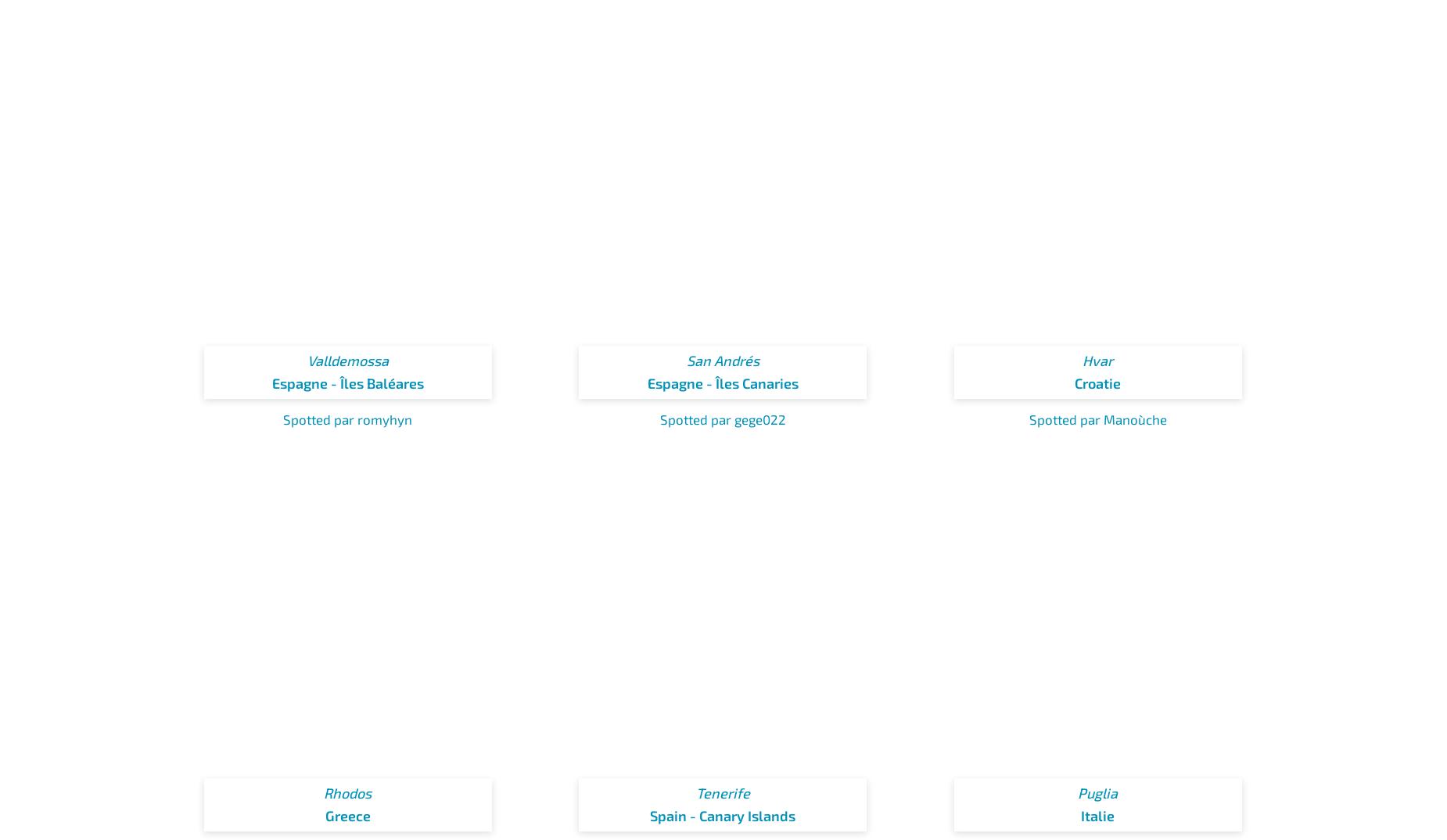 The image size is (1447, 840). Describe the element at coordinates (346, 382) in the screenshot. I see `'Espagne - Îles Baléares'` at that location.